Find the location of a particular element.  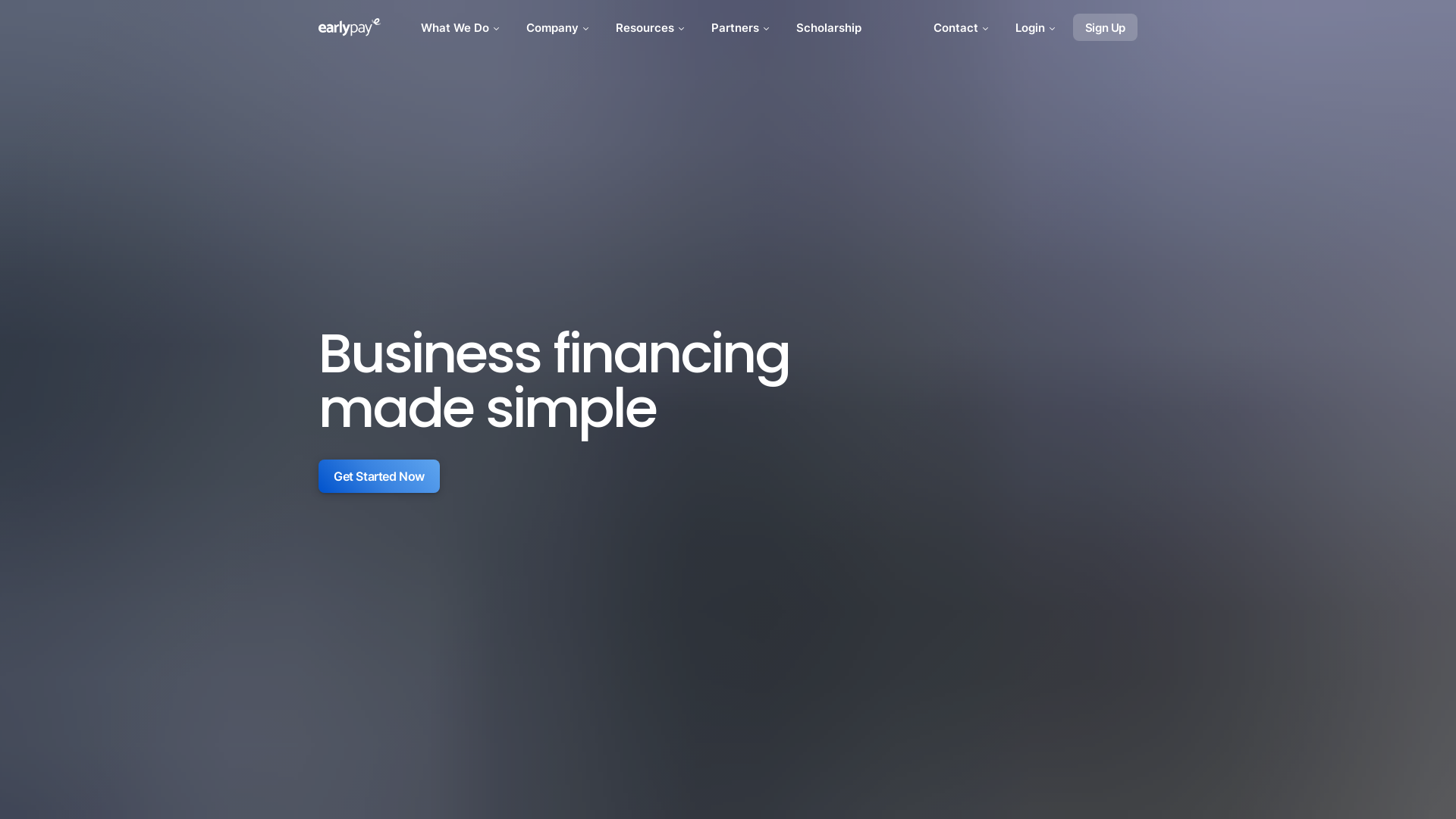

'Contact' is located at coordinates (924, 27).